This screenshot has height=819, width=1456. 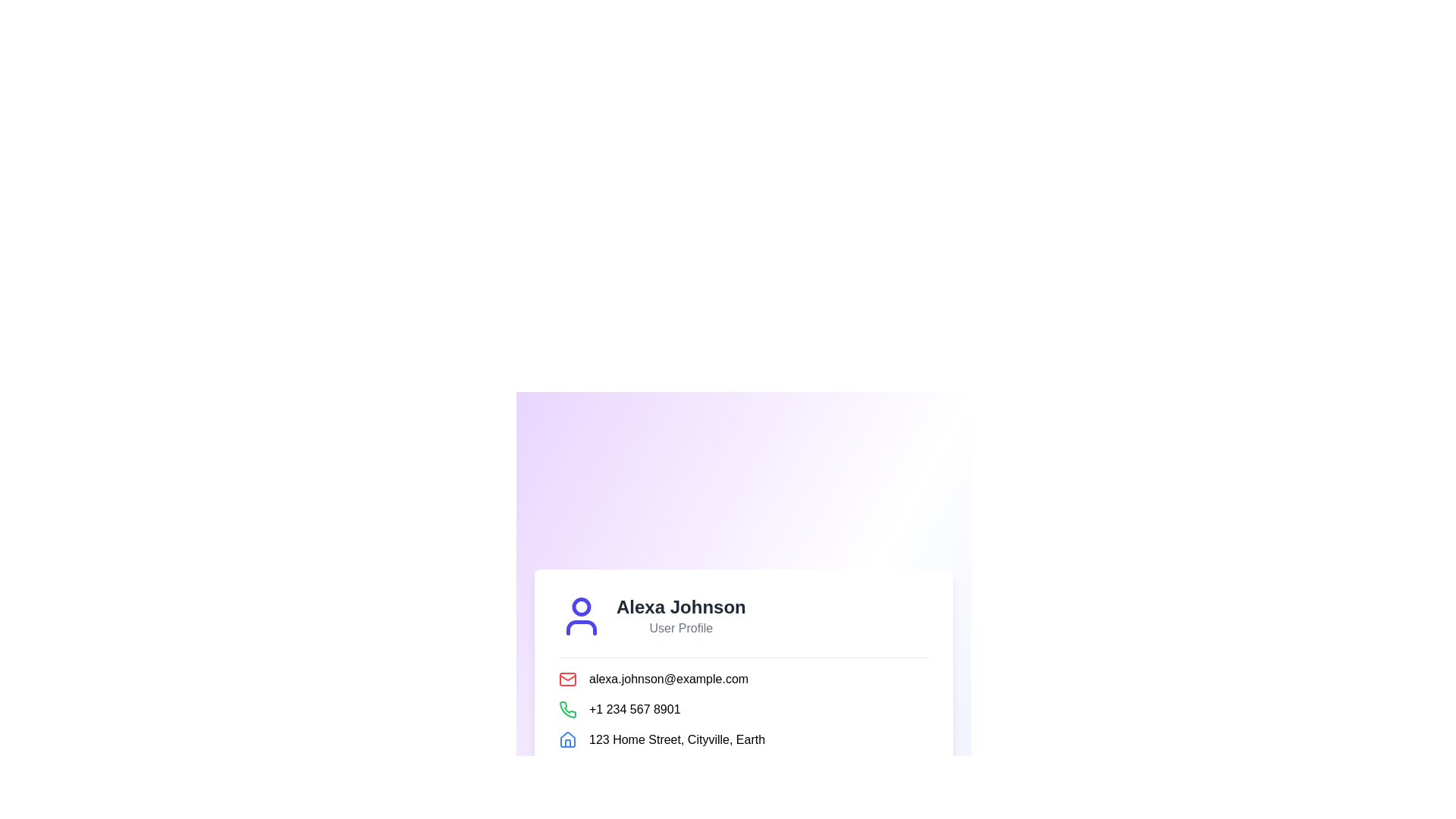 I want to click on the address display text '123 Home Street, Cityville, Earth' located to the right of the blue house icon to copy the address, so click(x=743, y=739).